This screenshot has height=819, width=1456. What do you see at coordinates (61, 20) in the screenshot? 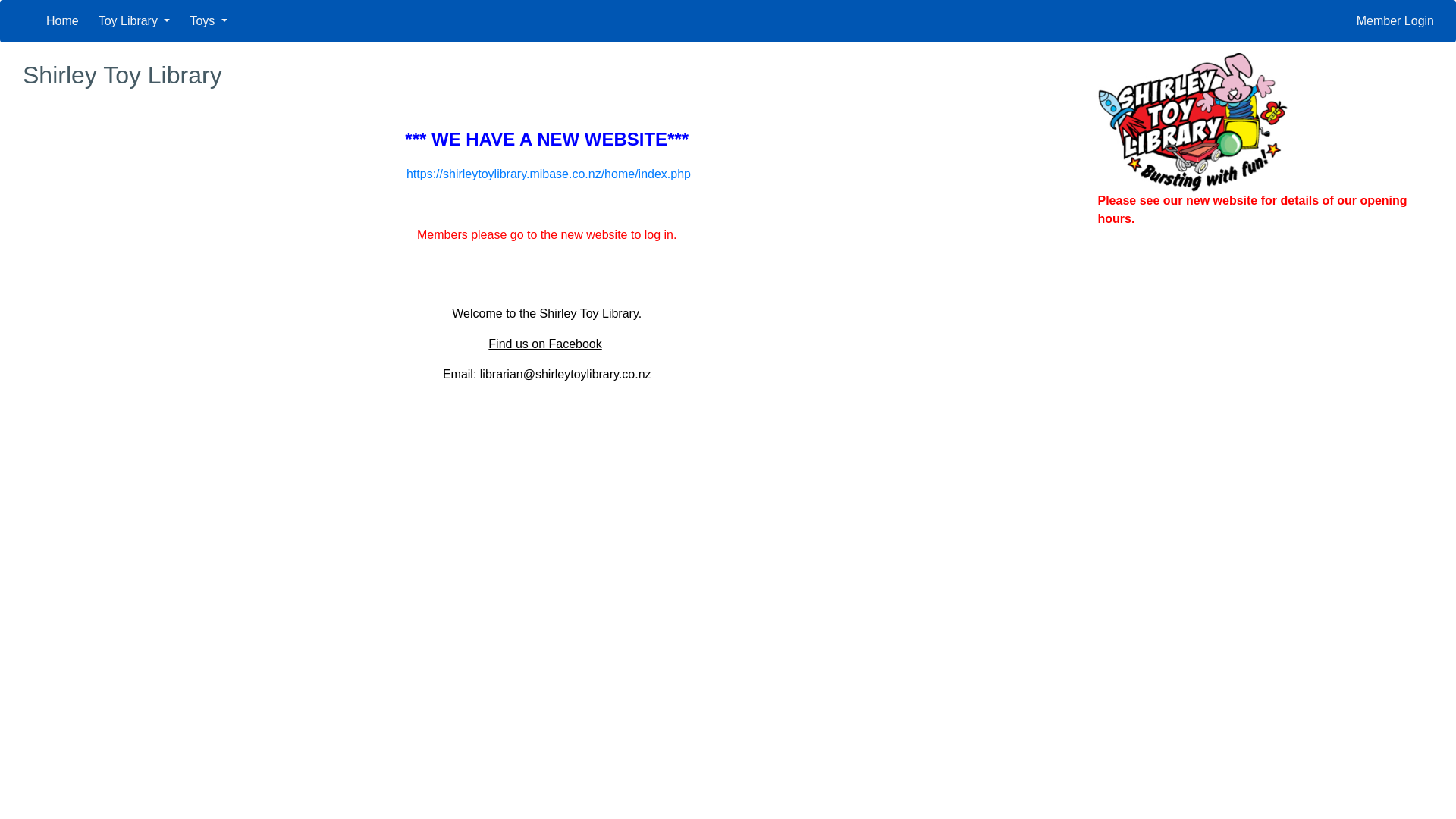
I see `'Home'` at bounding box center [61, 20].